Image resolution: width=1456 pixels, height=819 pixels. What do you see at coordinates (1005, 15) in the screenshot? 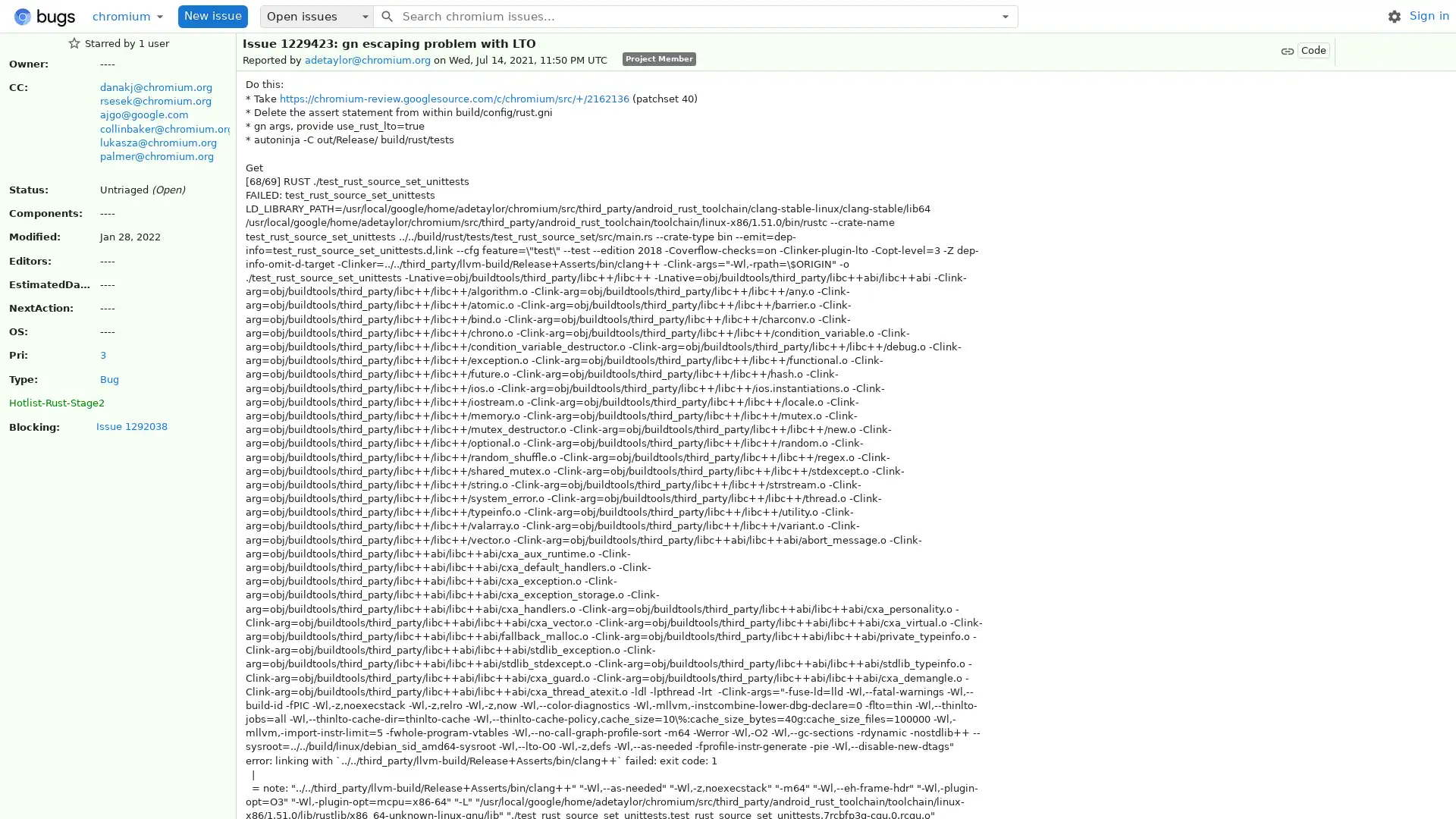
I see `Search options` at bounding box center [1005, 15].